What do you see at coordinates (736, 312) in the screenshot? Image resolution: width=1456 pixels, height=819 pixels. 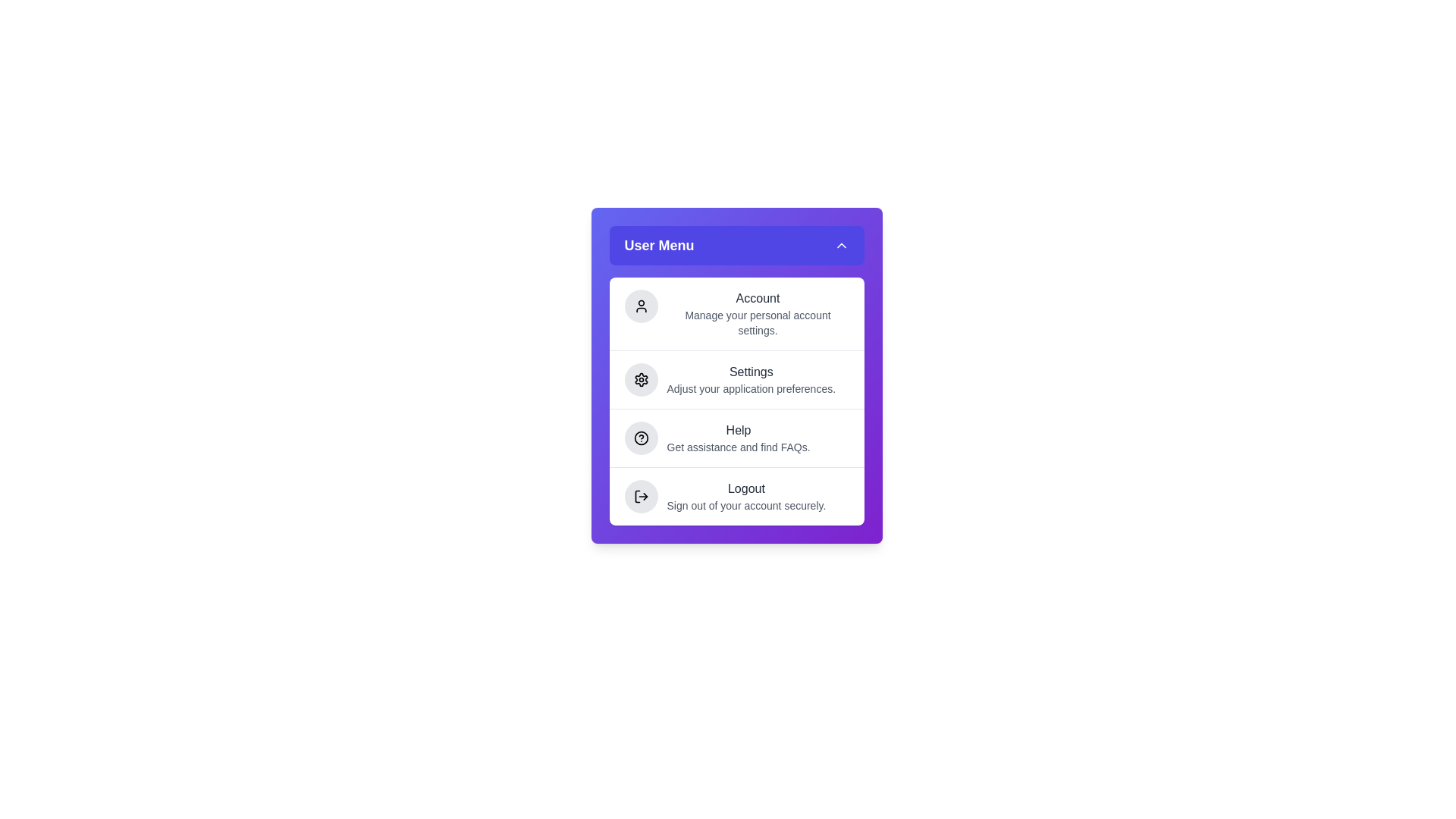 I see `the menu item Account from the menu` at bounding box center [736, 312].